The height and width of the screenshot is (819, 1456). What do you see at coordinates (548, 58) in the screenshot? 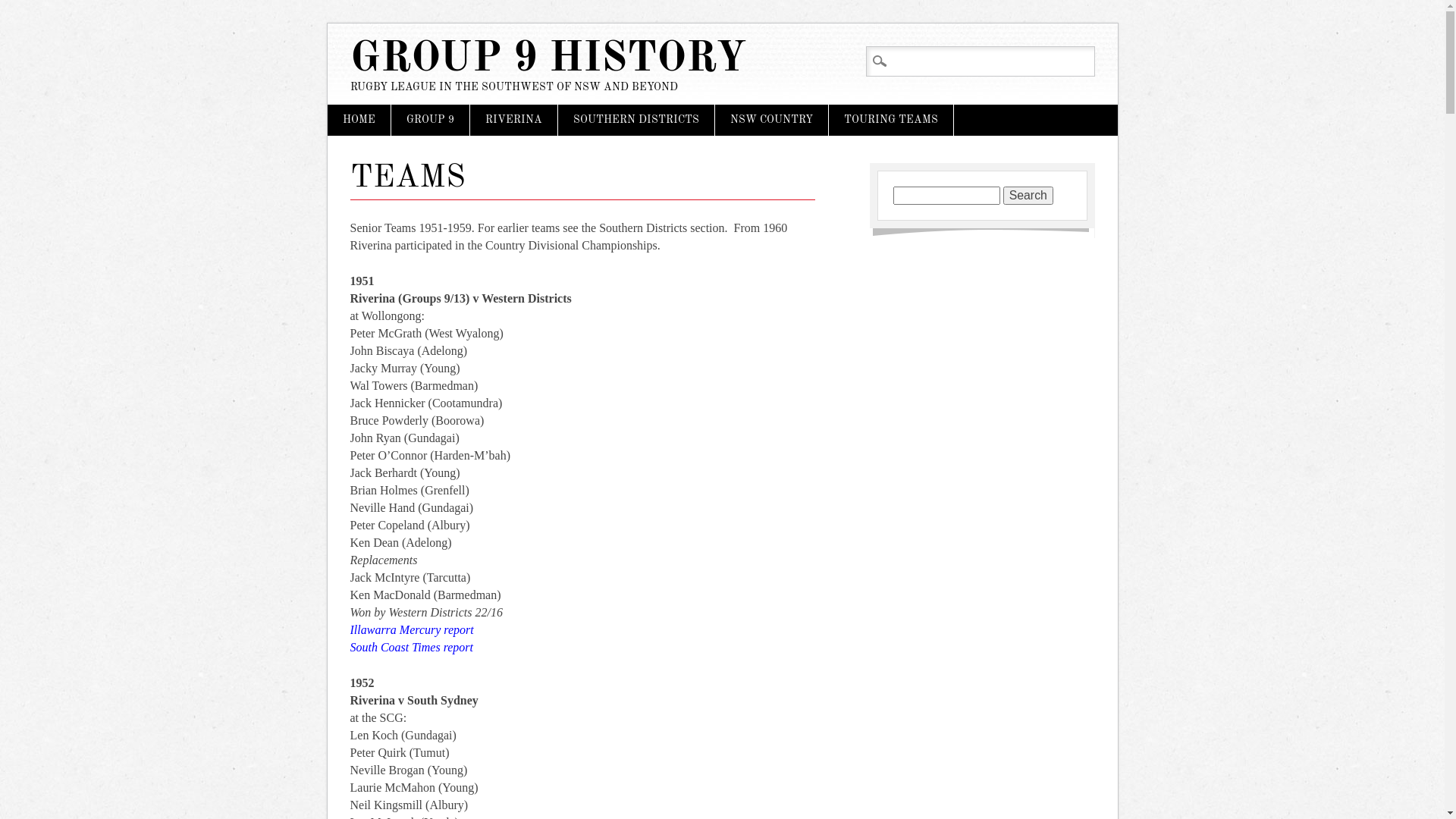
I see `'GROUP 9 HISTORY'` at bounding box center [548, 58].